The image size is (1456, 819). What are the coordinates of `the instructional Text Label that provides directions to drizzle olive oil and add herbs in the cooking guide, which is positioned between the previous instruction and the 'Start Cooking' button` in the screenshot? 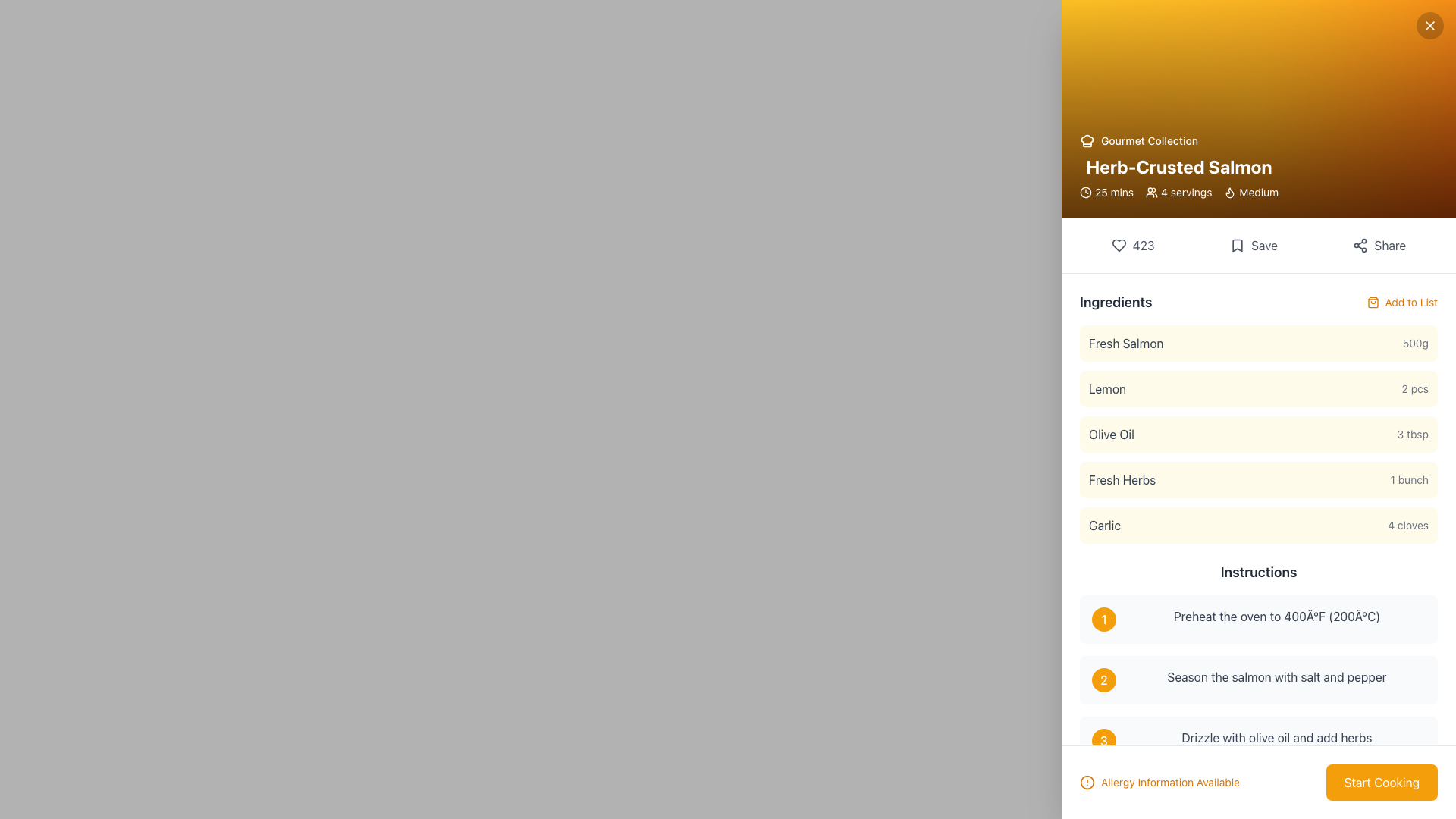 It's located at (1276, 739).